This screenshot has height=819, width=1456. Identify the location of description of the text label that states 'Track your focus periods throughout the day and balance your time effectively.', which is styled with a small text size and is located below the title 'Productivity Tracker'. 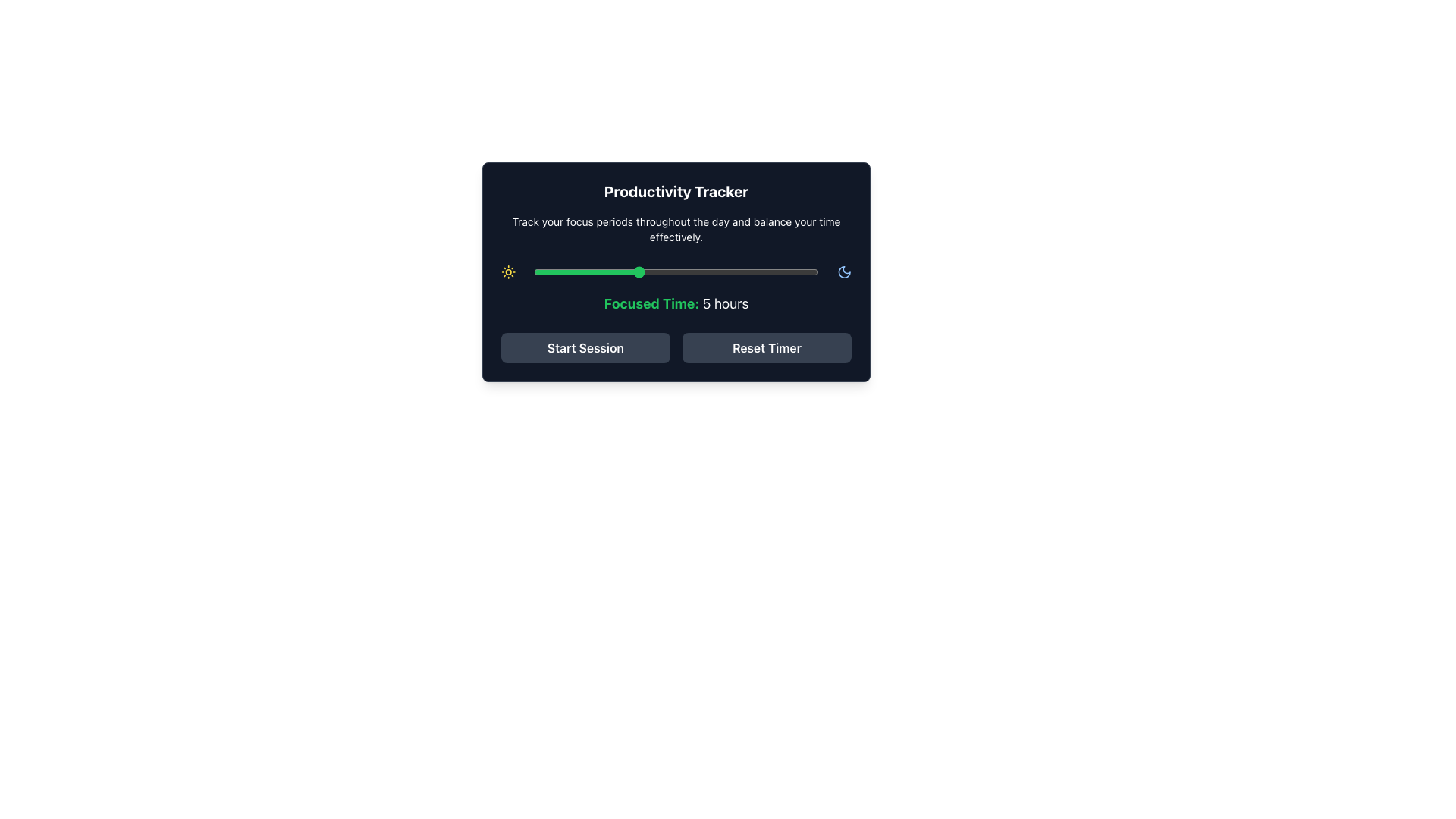
(676, 230).